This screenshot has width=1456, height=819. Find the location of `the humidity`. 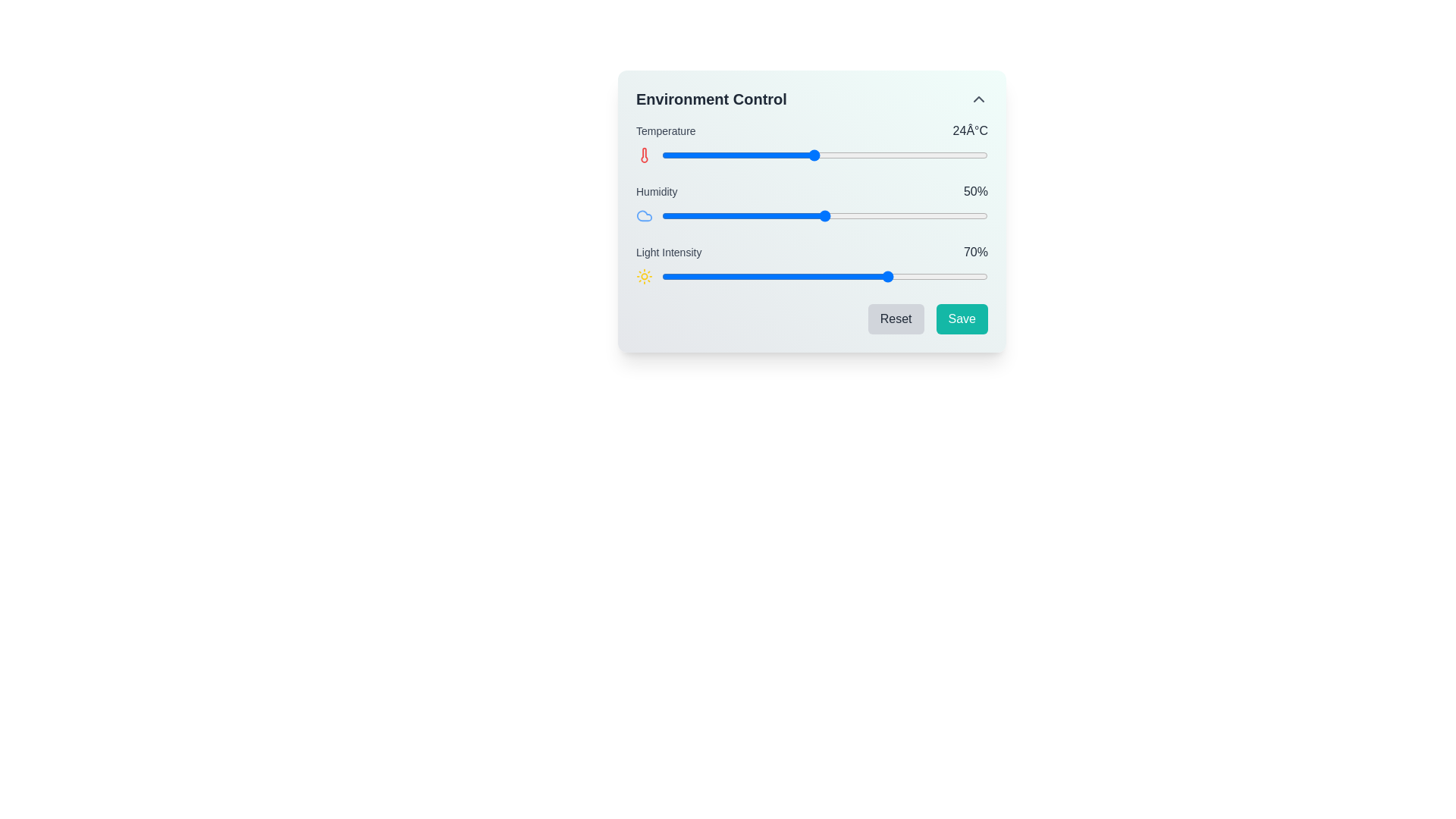

the humidity is located at coordinates (925, 216).